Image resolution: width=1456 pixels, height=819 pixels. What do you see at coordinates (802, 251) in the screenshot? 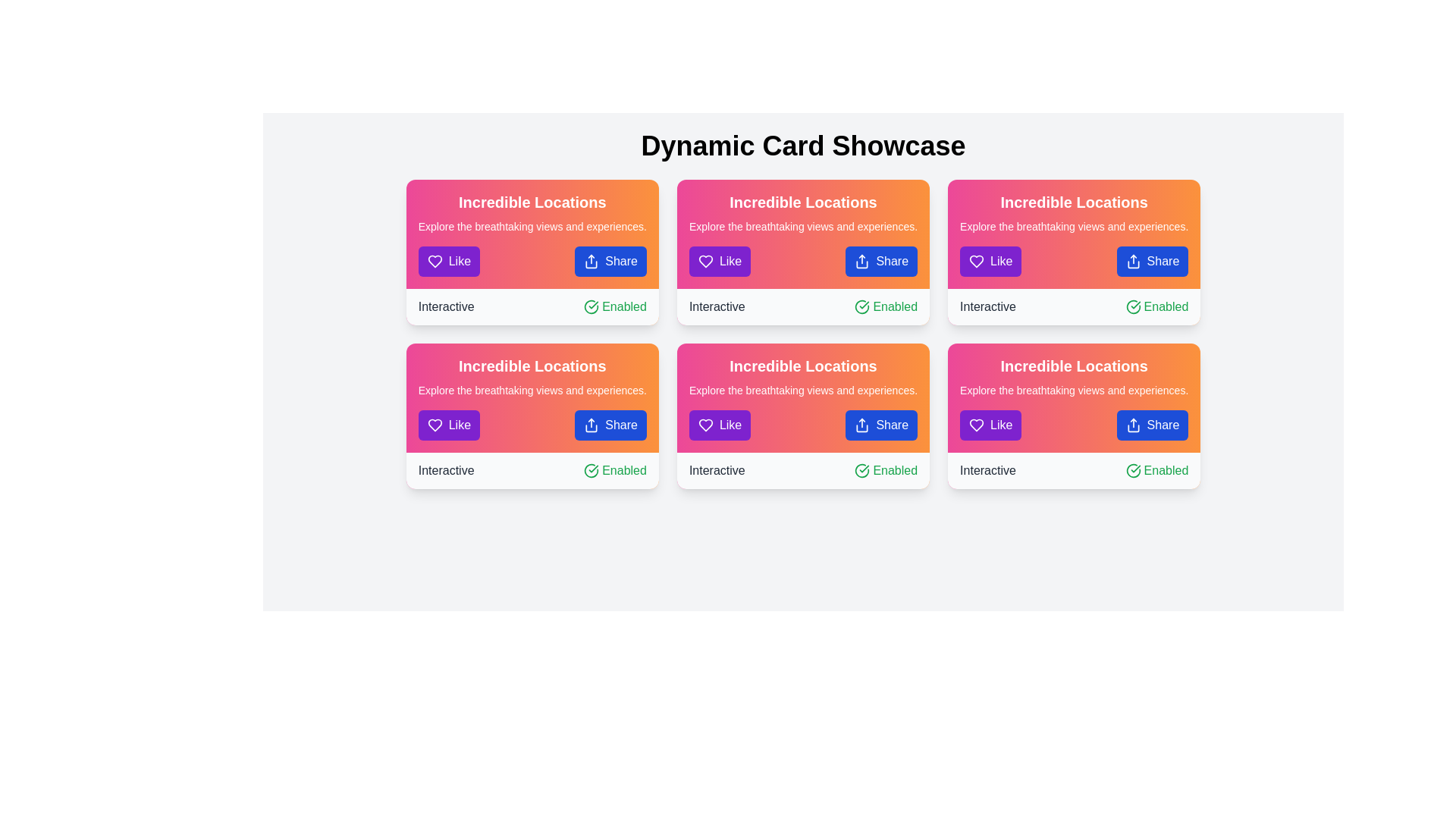
I see `the Like button of the interactive information card located in the second column of the first row to express interest` at bounding box center [802, 251].